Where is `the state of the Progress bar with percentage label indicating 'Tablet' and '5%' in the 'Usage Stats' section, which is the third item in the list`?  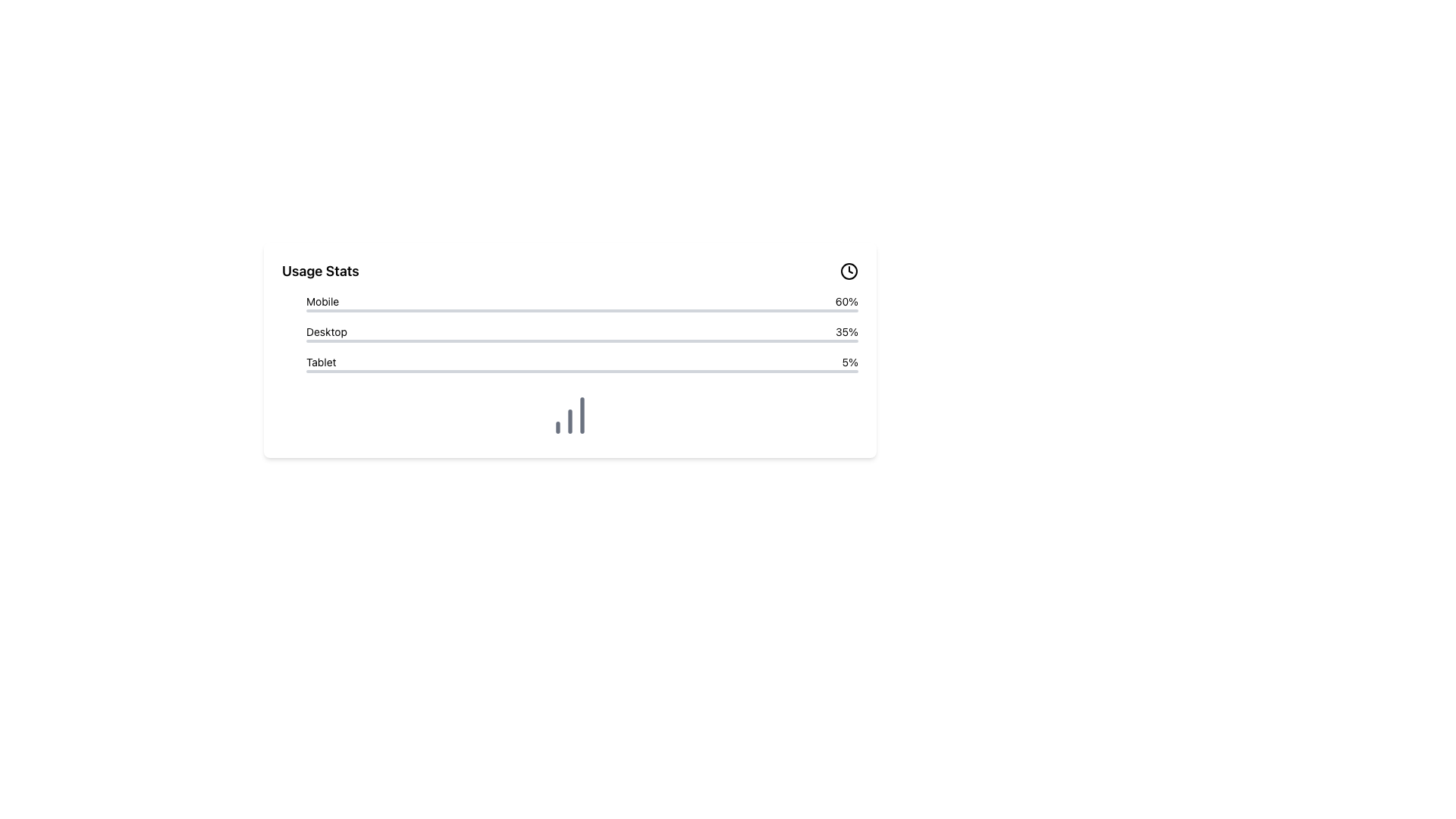
the state of the Progress bar with percentage label indicating 'Tablet' and '5%' in the 'Usage Stats' section, which is the third item in the list is located at coordinates (582, 363).